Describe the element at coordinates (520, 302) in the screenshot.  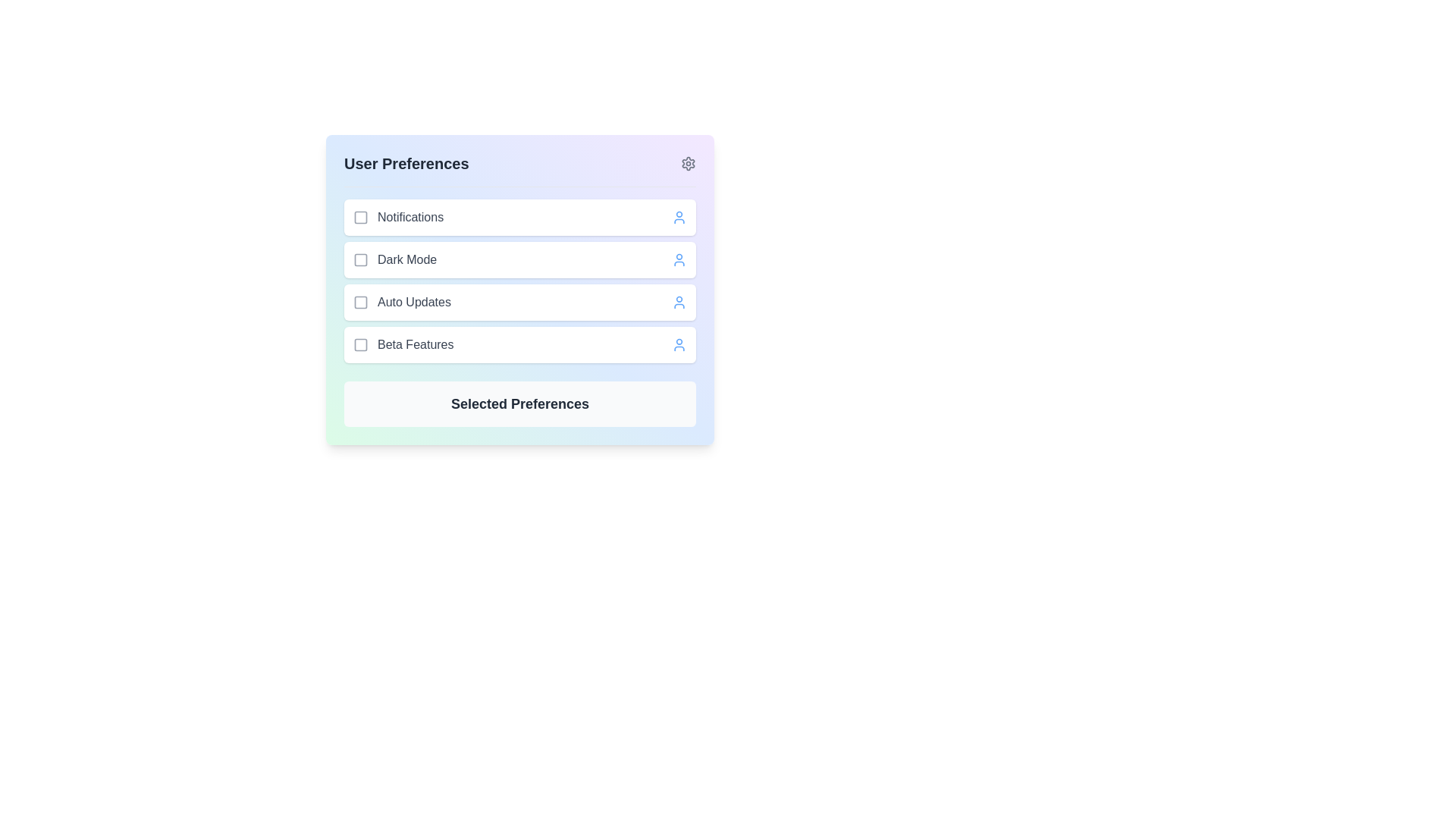
I see `the checkbox labeled 'Auto Updates'` at that location.